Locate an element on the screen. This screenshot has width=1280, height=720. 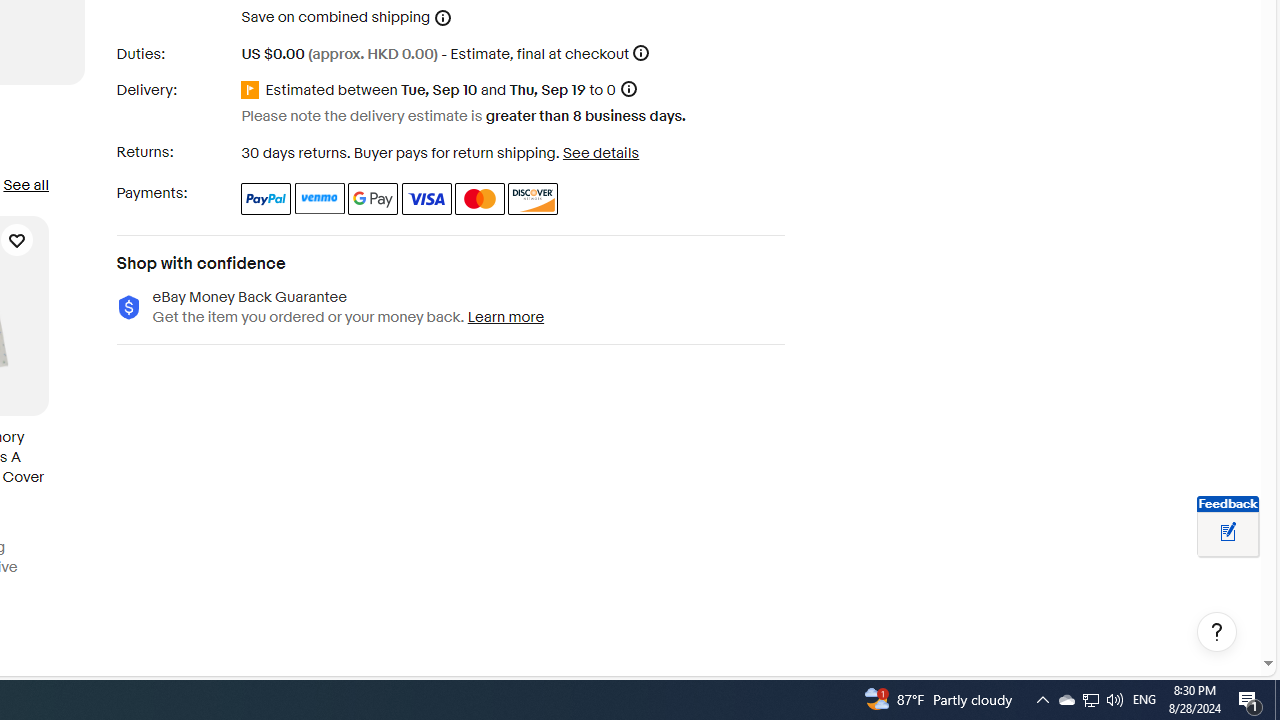
'Delivery alert flag' is located at coordinates (252, 90).